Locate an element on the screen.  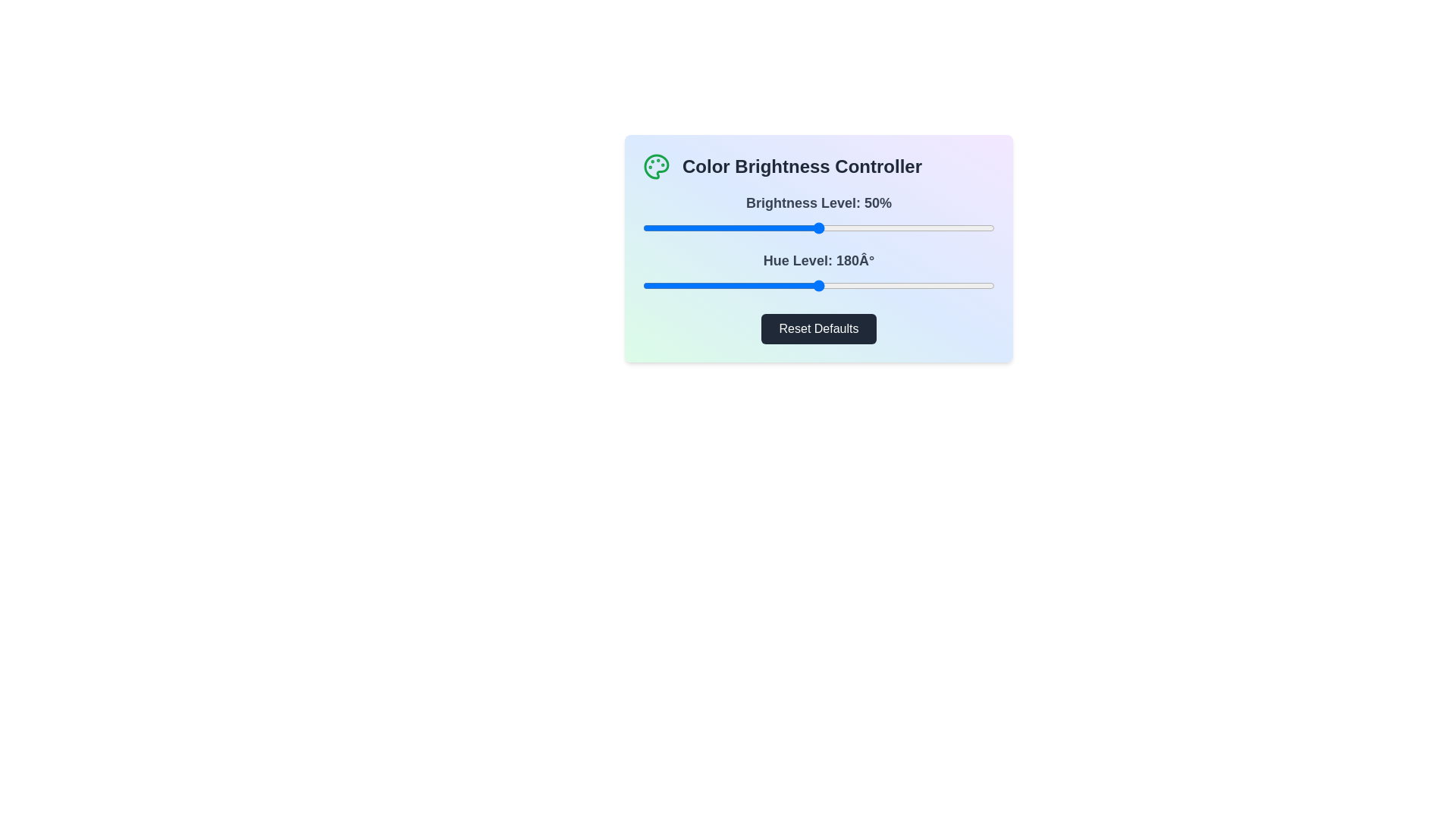
the hue level to 98° by interacting with the hue slider is located at coordinates (739, 286).